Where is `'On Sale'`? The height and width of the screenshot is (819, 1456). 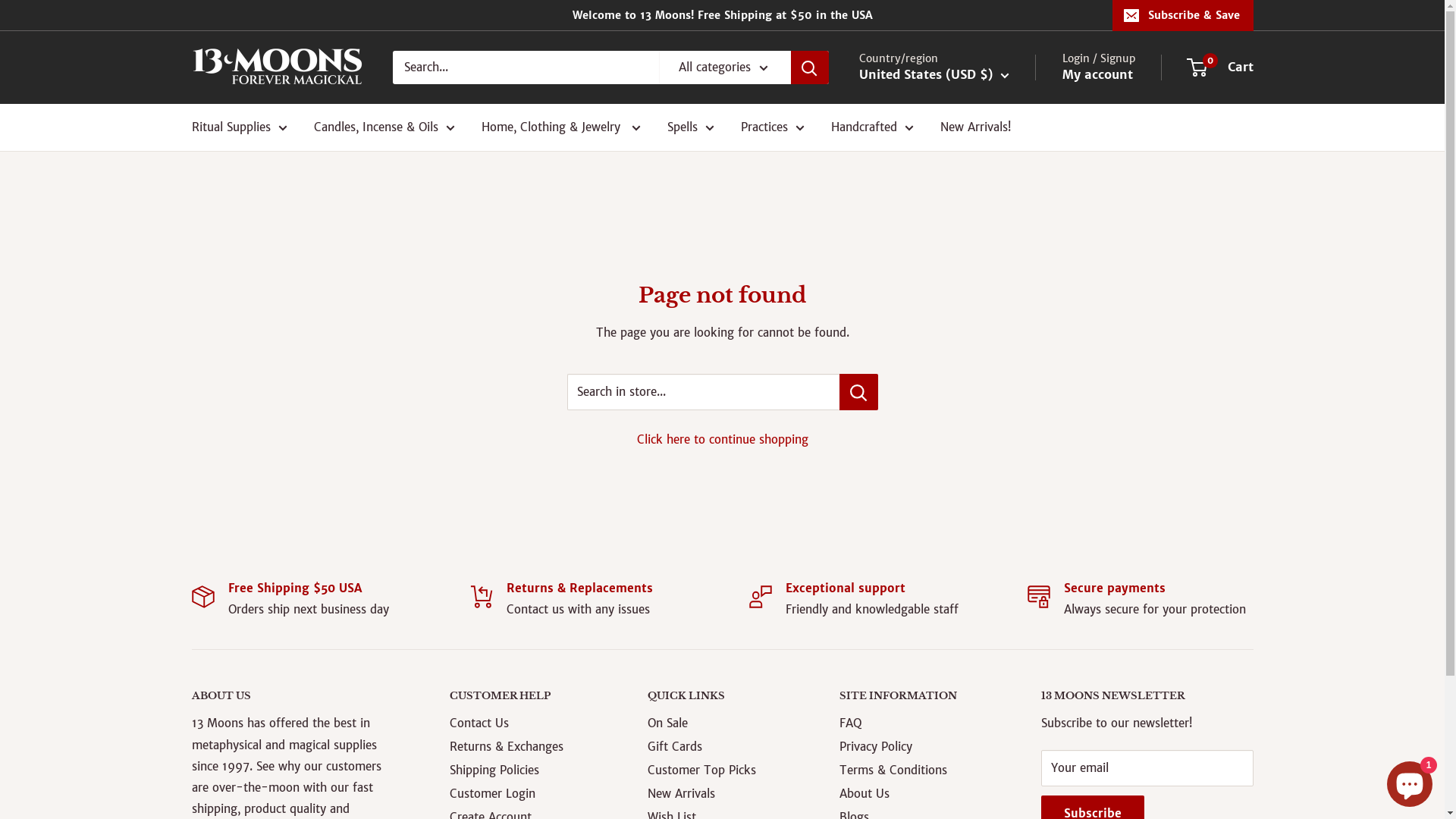
'On Sale' is located at coordinates (716, 722).